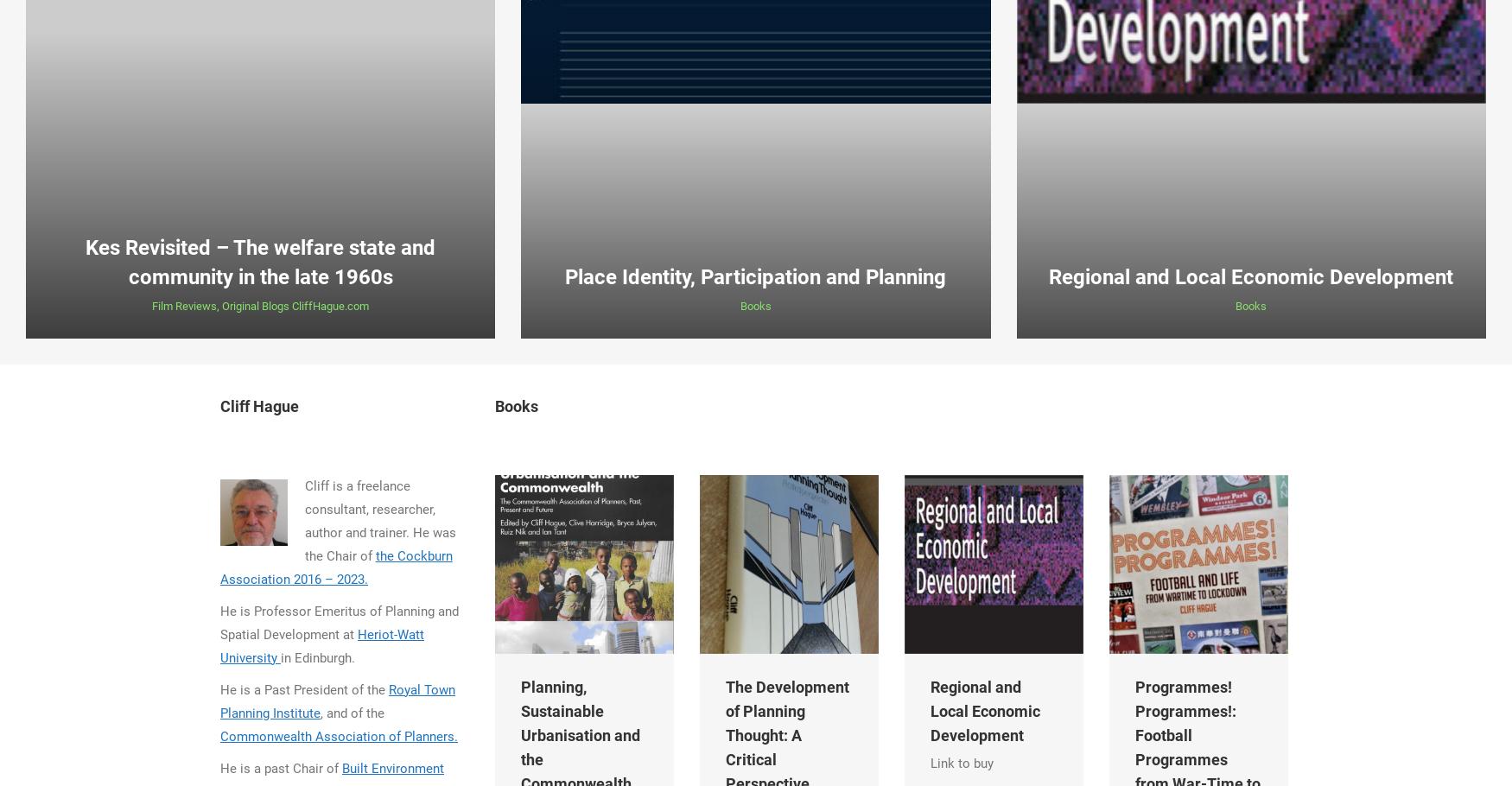 The height and width of the screenshot is (786, 1512). What do you see at coordinates (259, 262) in the screenshot?
I see `'Kes Revisited – The welfare state and community in the late 1960s'` at bounding box center [259, 262].